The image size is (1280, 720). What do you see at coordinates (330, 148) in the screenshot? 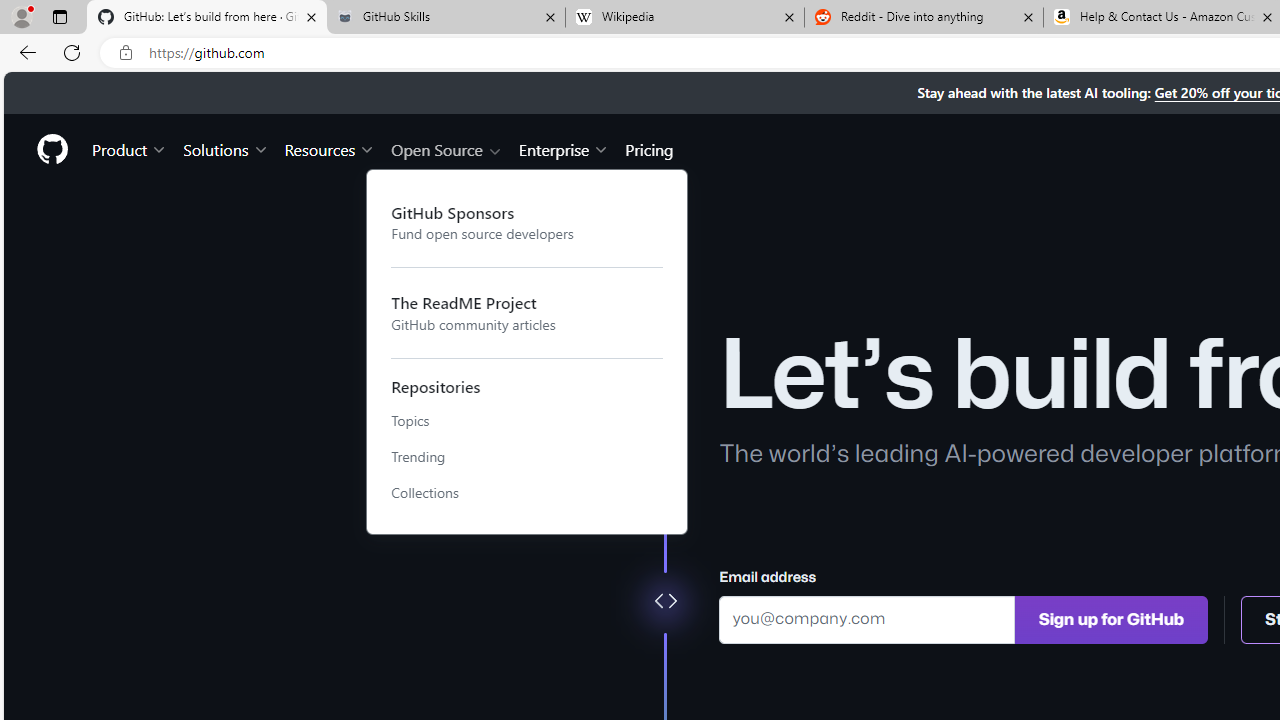
I see `'Resources'` at bounding box center [330, 148].